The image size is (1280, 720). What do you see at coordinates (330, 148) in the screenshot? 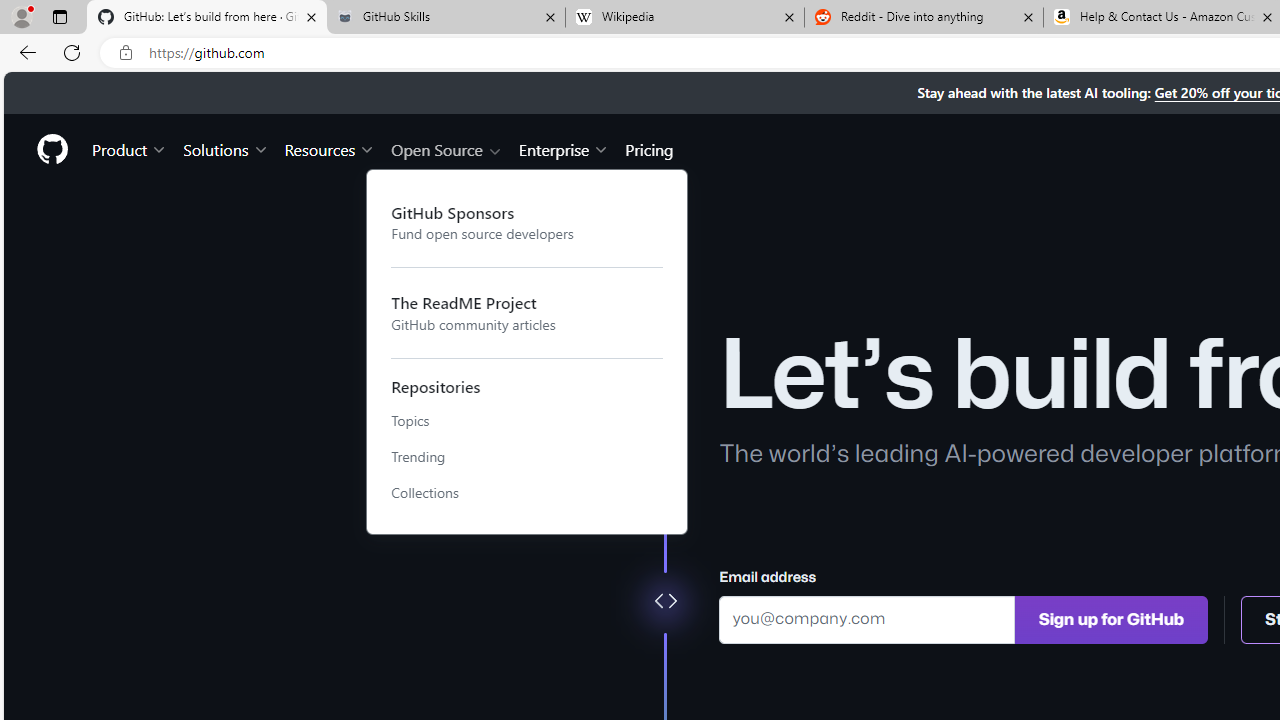
I see `'Resources'` at bounding box center [330, 148].